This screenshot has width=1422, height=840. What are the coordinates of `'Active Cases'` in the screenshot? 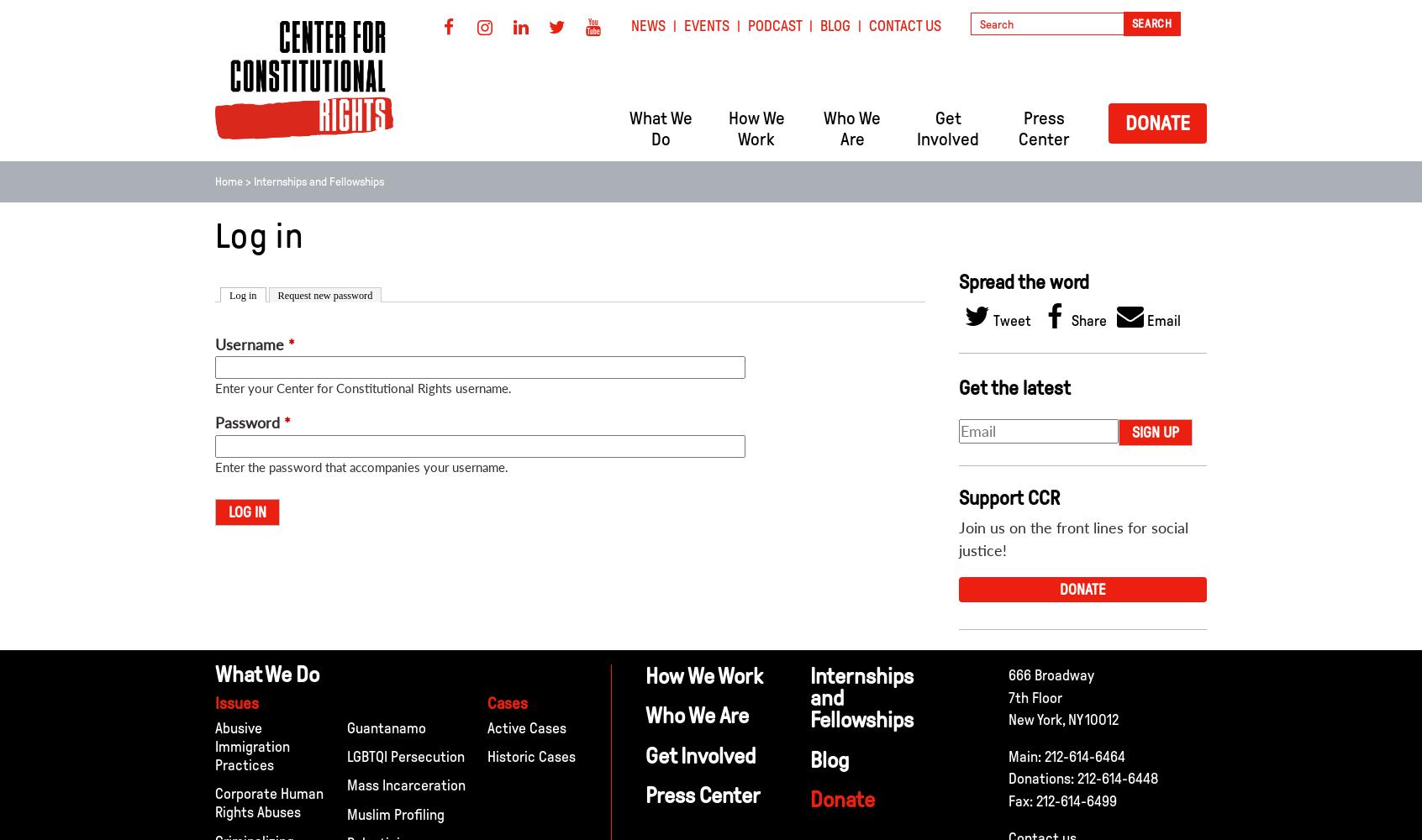 It's located at (525, 727).